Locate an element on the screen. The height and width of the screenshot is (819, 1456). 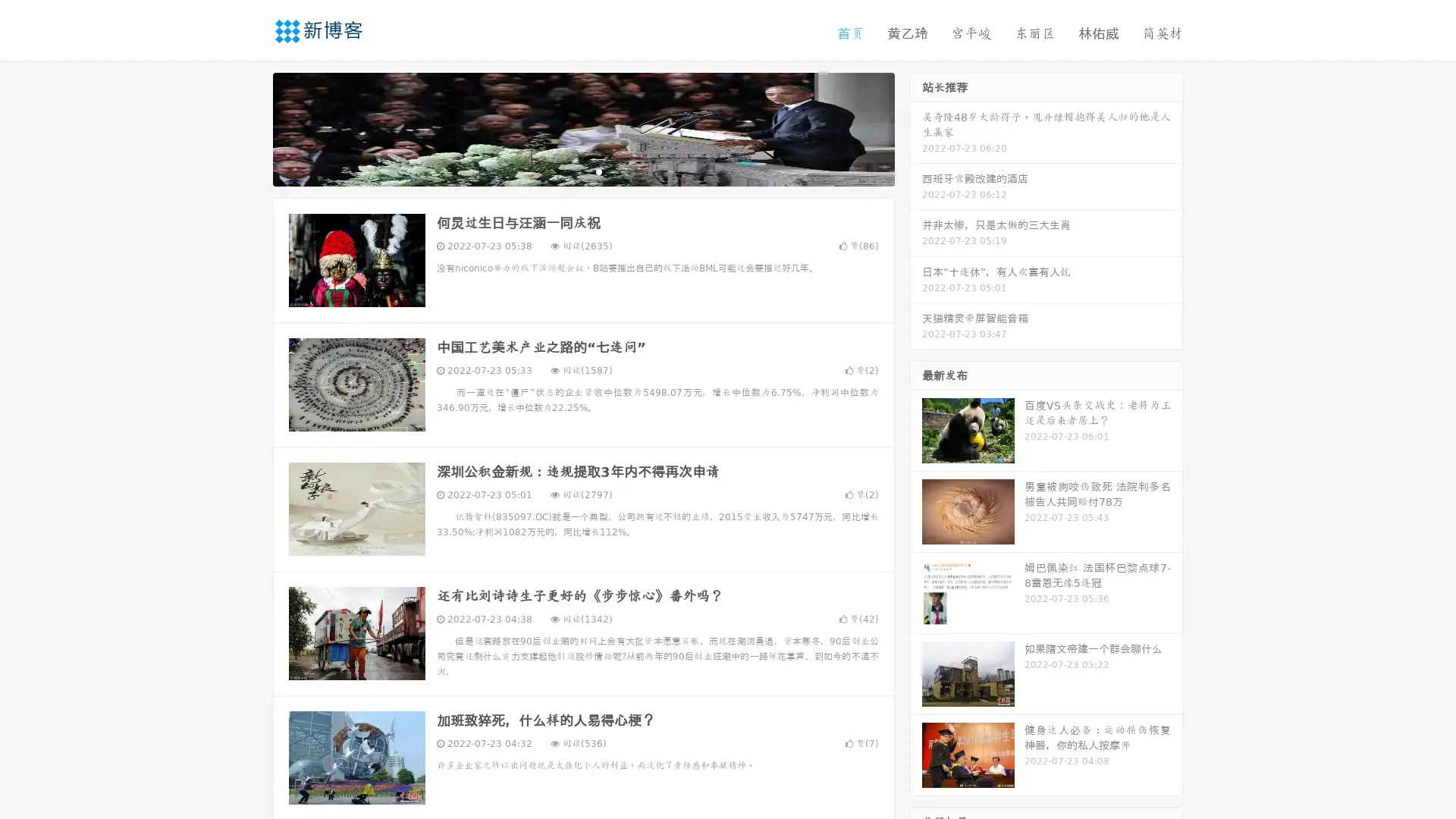
Go to slide 1 is located at coordinates (567, 171).